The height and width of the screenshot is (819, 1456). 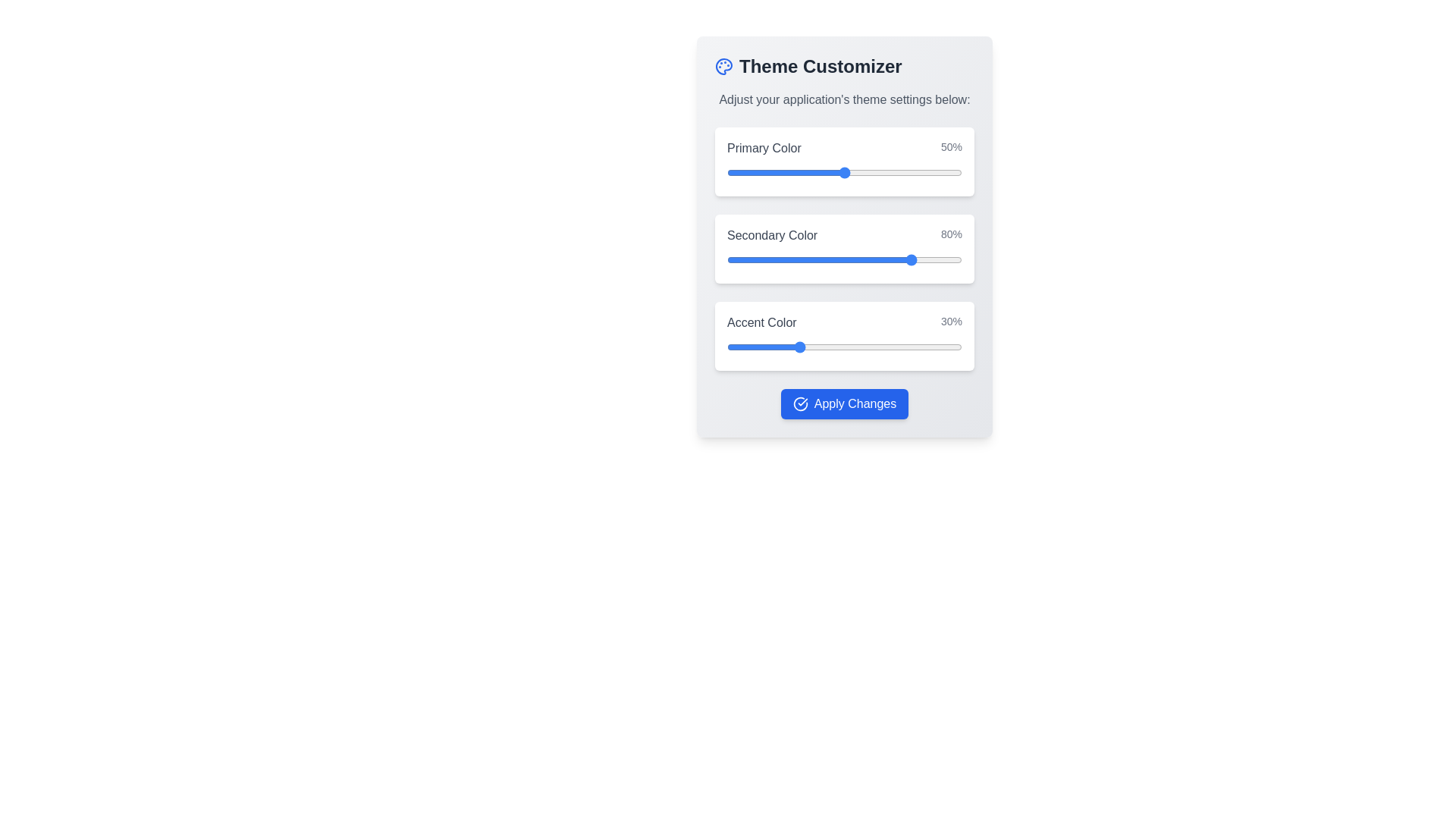 What do you see at coordinates (794, 259) in the screenshot?
I see `the secondary color value` at bounding box center [794, 259].